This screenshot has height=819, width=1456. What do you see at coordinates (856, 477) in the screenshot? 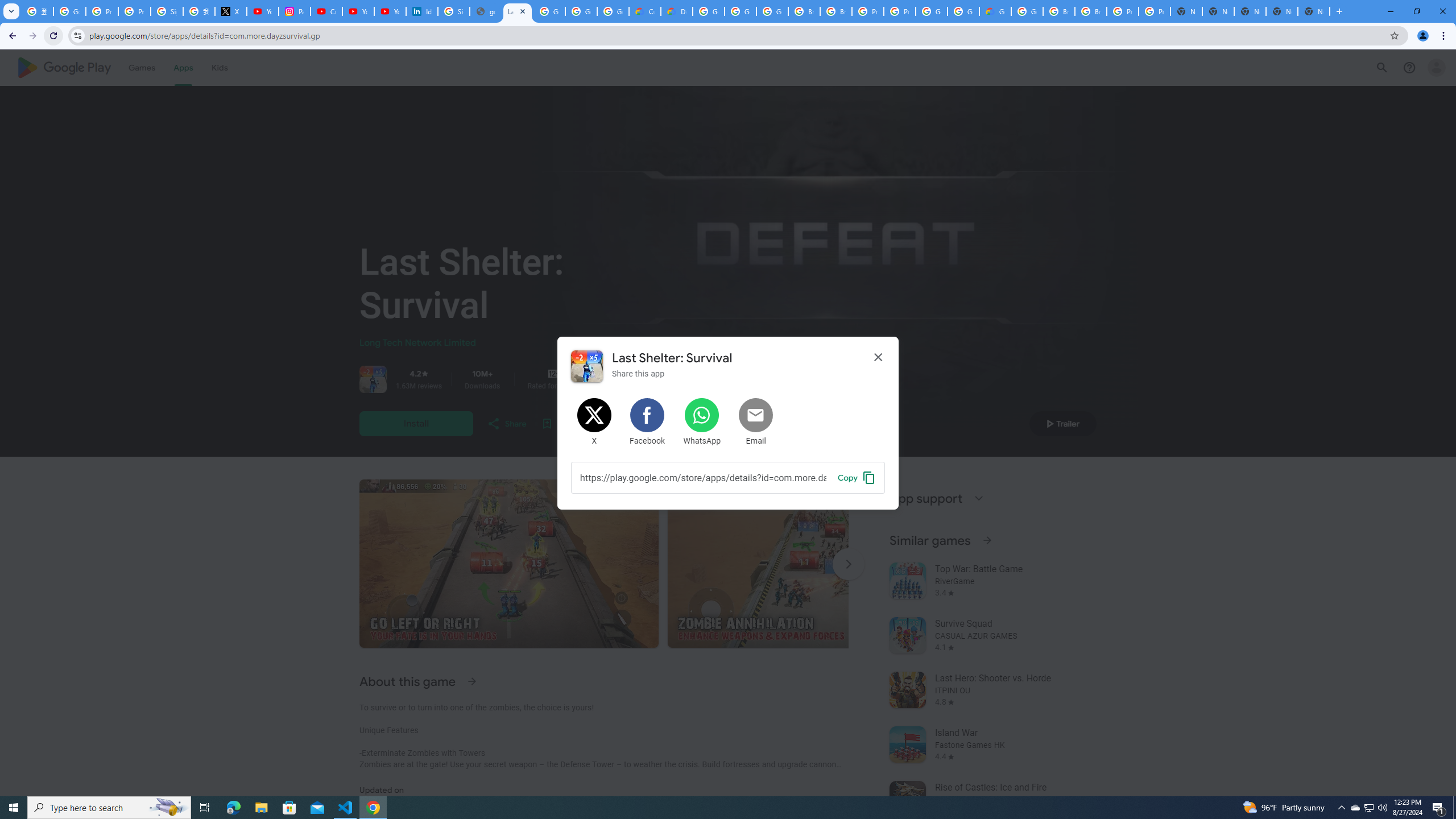
I see `'Copy link to clipboard'` at bounding box center [856, 477].